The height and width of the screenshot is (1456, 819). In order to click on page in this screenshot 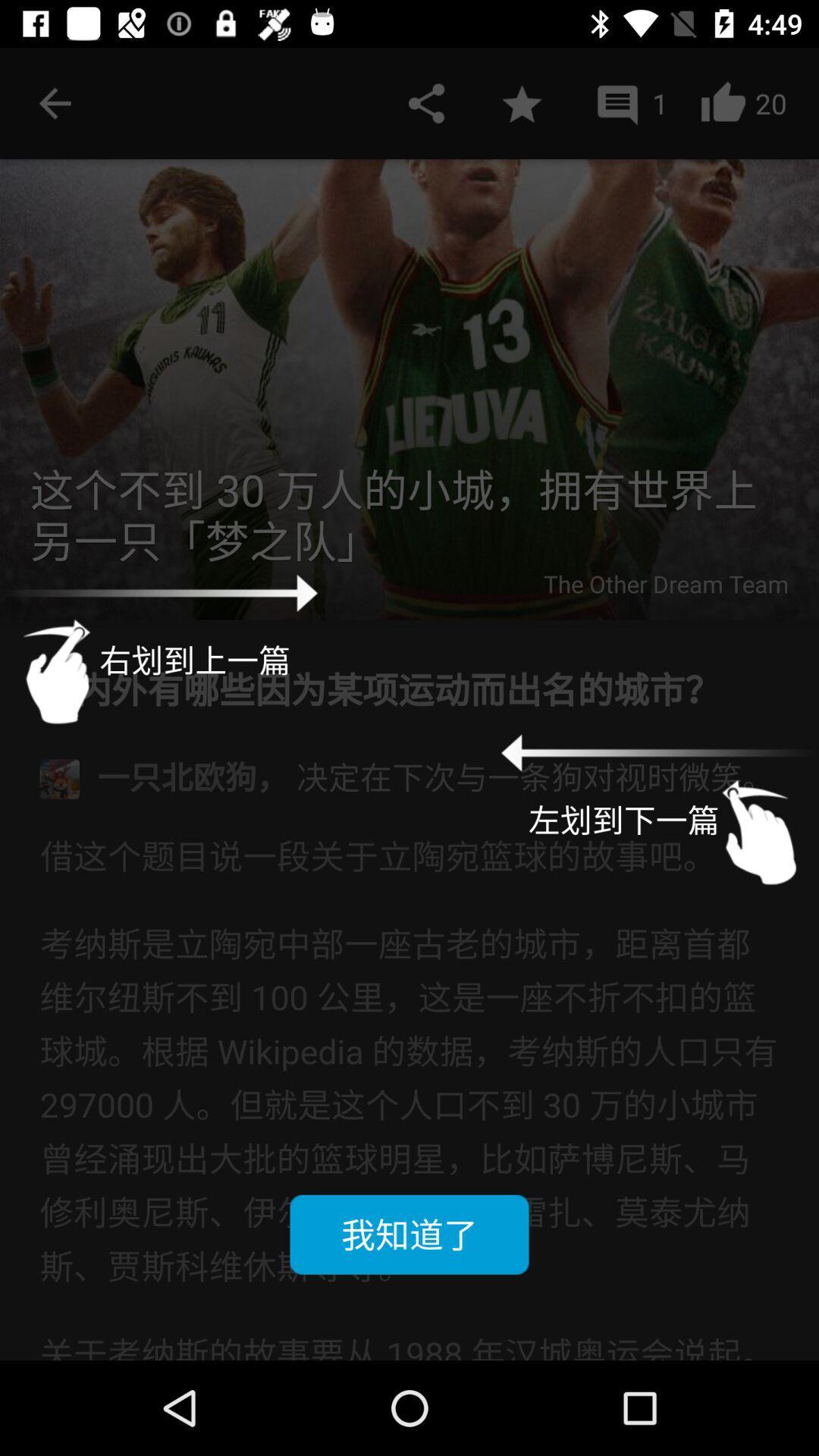, I will do `click(521, 102)`.